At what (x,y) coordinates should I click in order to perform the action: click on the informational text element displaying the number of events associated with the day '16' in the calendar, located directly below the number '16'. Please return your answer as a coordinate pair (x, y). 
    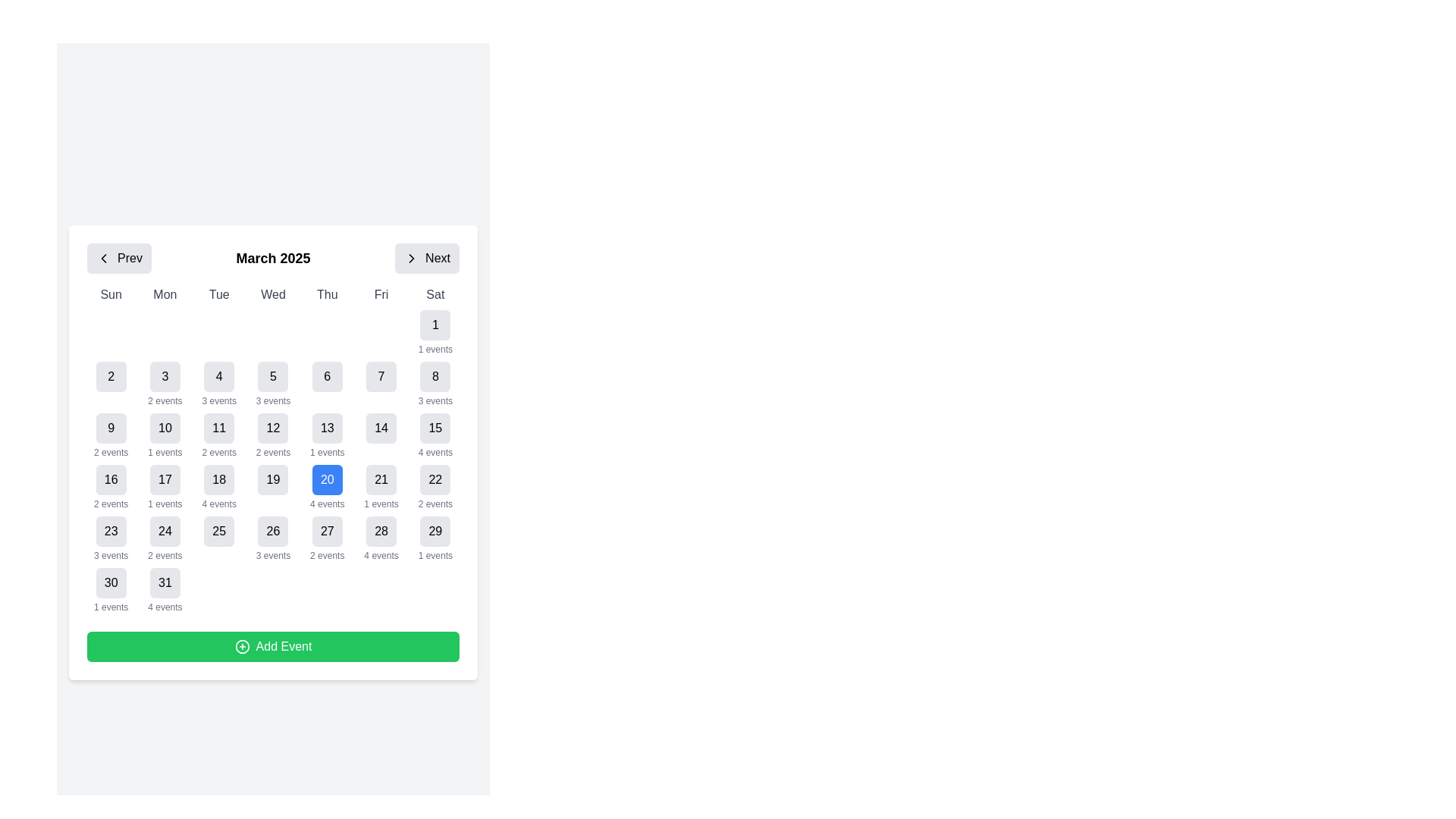
    Looking at the image, I should click on (110, 504).